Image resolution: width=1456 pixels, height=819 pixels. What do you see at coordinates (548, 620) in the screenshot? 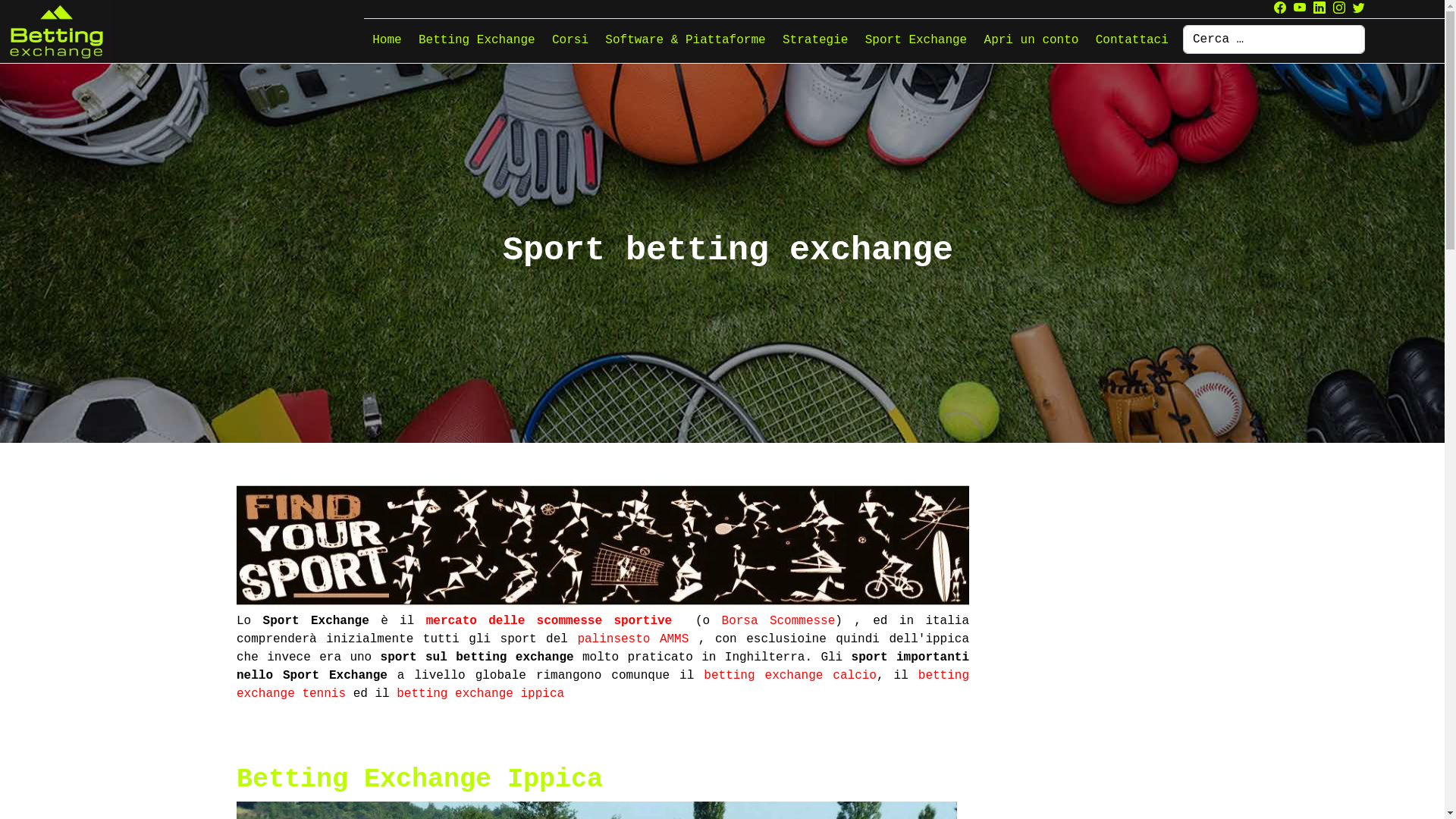
I see `'mercato delle scommesse sportive'` at bounding box center [548, 620].